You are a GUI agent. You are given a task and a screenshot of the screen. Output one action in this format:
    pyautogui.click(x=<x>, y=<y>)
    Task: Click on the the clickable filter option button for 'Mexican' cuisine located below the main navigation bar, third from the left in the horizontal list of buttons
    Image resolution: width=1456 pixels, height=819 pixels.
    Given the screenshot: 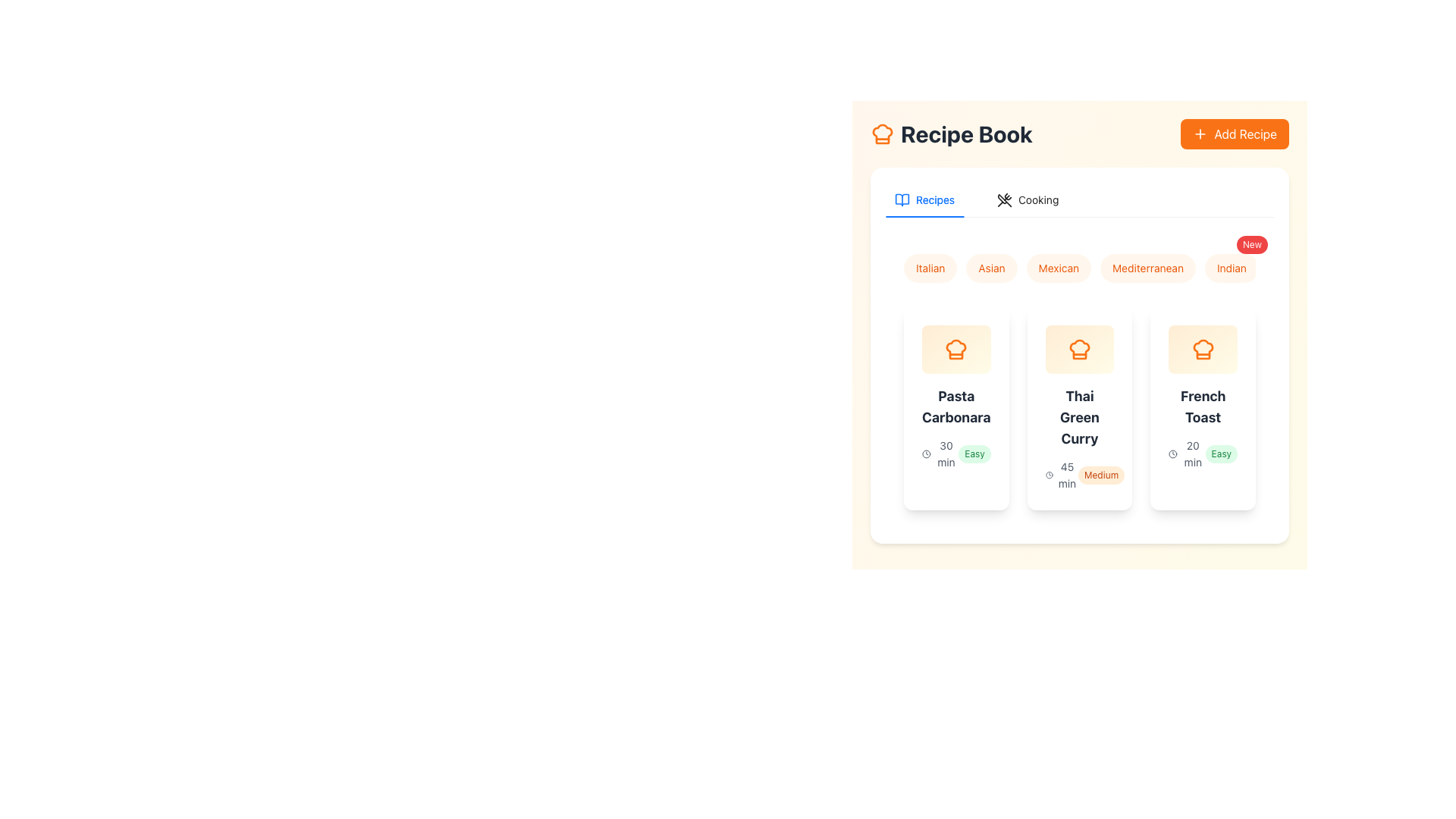 What is the action you would take?
    pyautogui.click(x=1079, y=268)
    